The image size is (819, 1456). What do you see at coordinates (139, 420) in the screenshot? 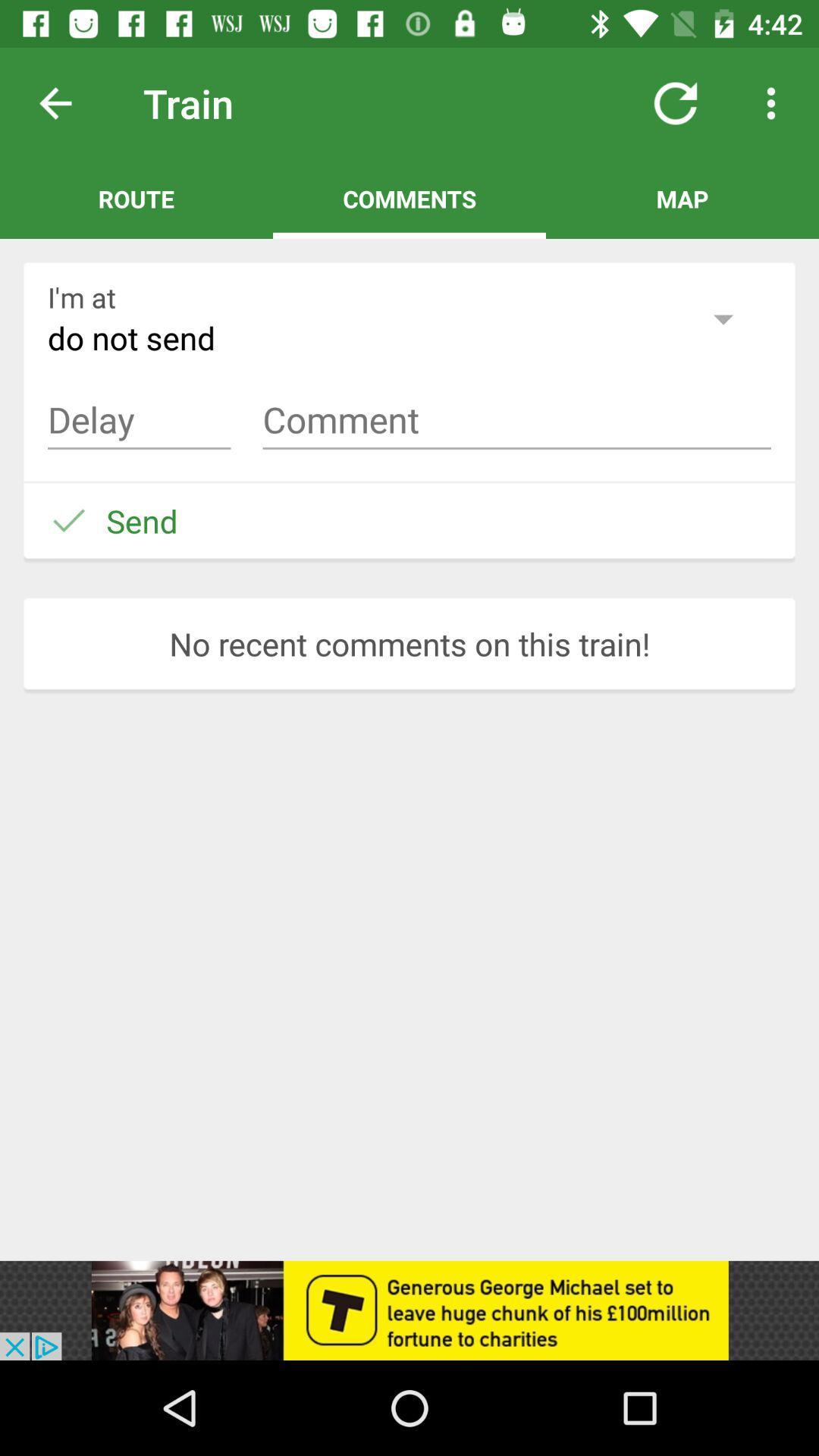
I see `edit the delay section` at bounding box center [139, 420].